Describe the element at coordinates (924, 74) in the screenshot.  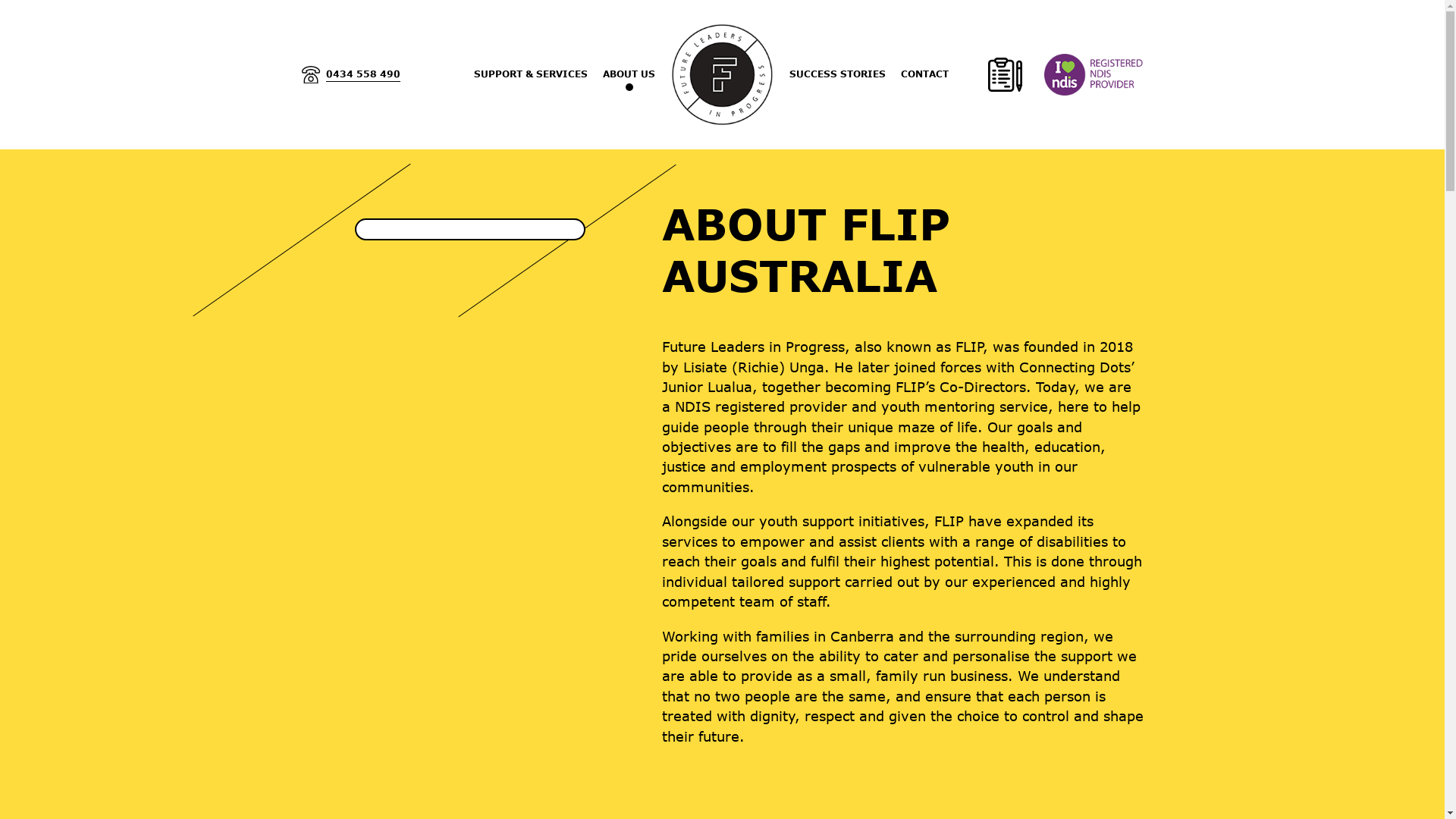
I see `'CONTACT'` at that location.